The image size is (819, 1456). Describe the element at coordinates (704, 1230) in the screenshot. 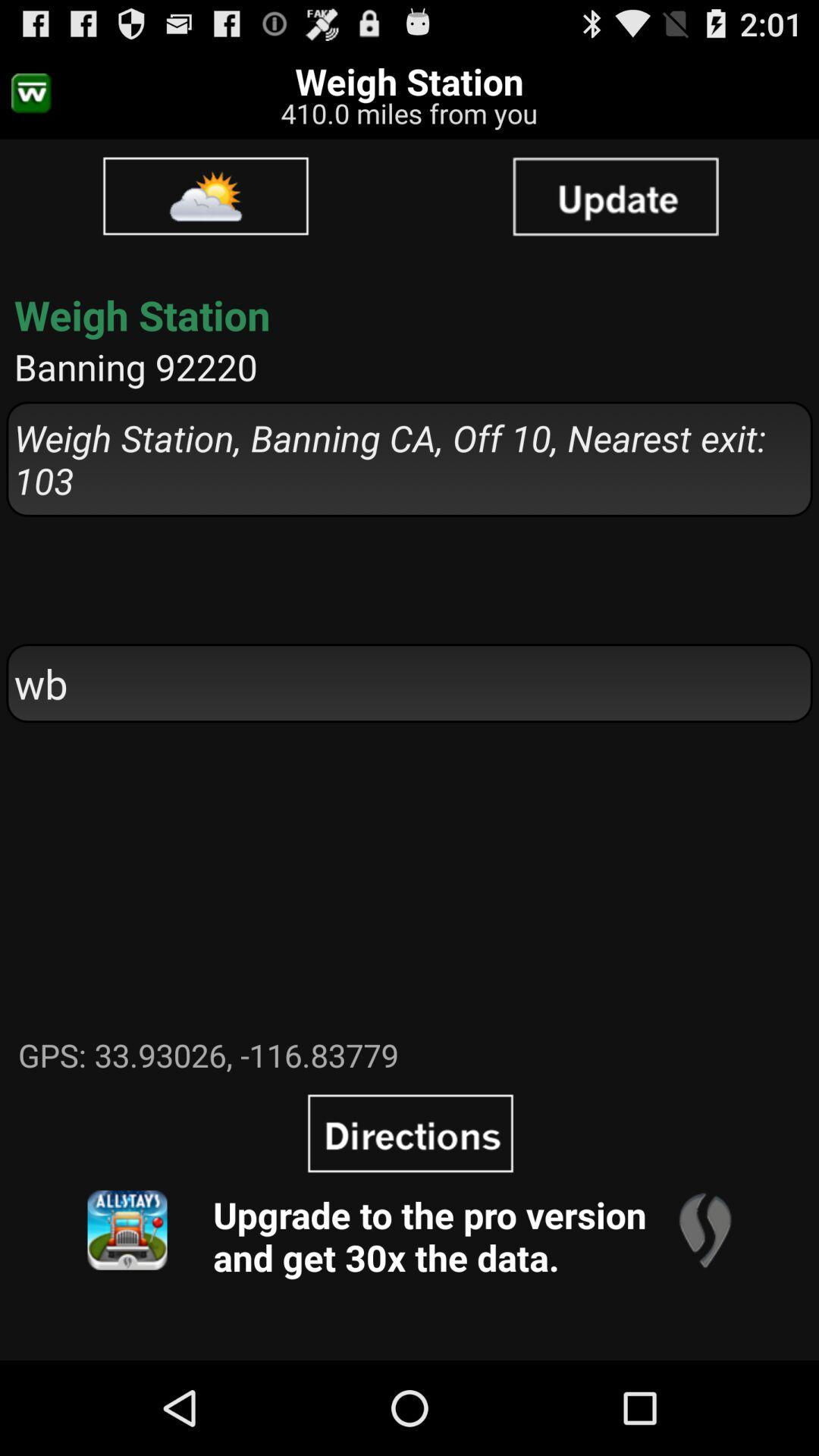

I see `the app next to the upgrade to the app` at that location.